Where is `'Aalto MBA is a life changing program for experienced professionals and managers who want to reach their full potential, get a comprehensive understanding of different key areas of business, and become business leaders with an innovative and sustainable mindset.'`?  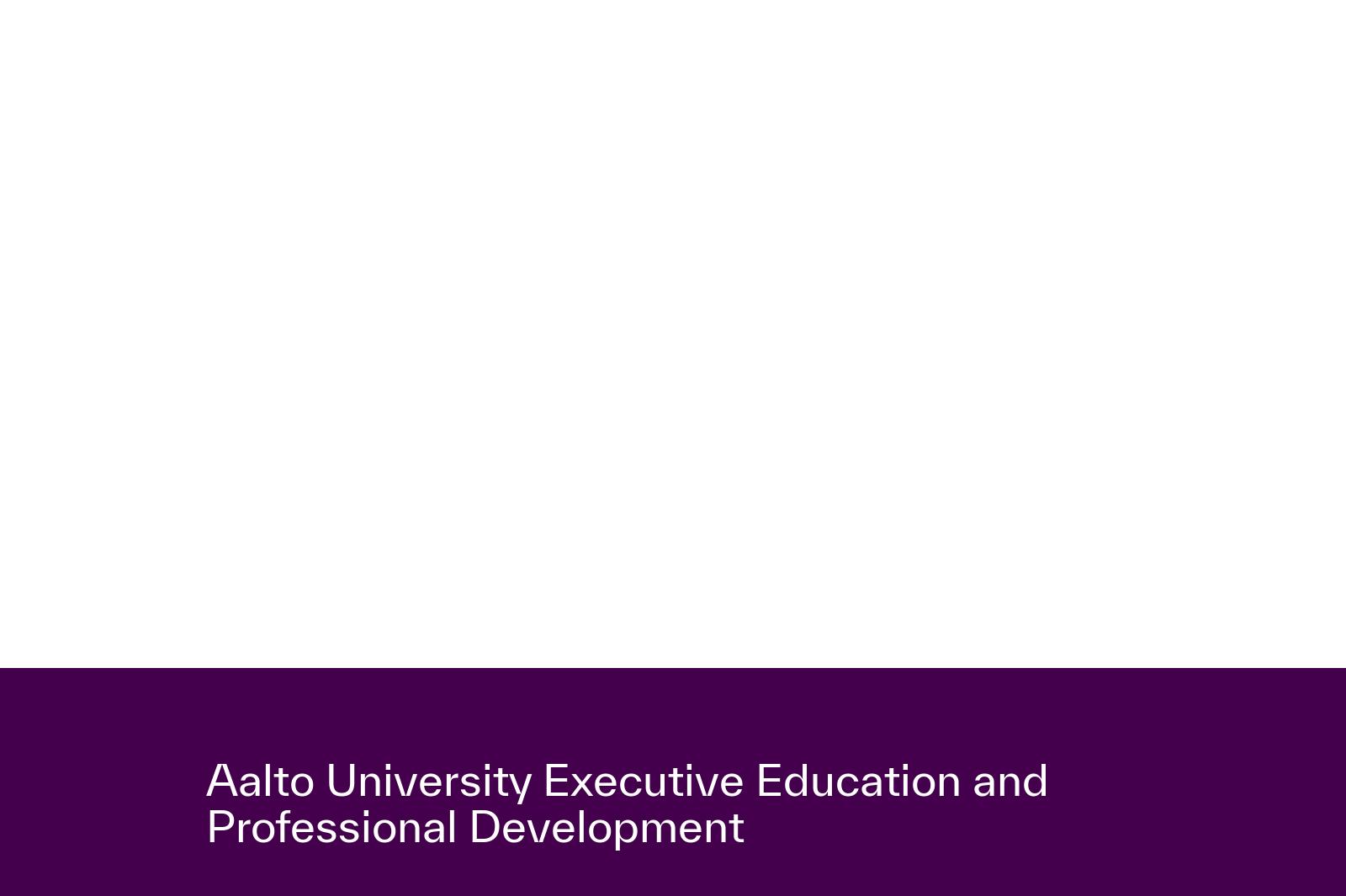
'Aalto MBA is a life changing program for experienced professionals and managers who want to reach their full potential, get a comprehensive understanding of different key areas of business, and become business leaders with an innovative and sustainable mindset.' is located at coordinates (545, 104).